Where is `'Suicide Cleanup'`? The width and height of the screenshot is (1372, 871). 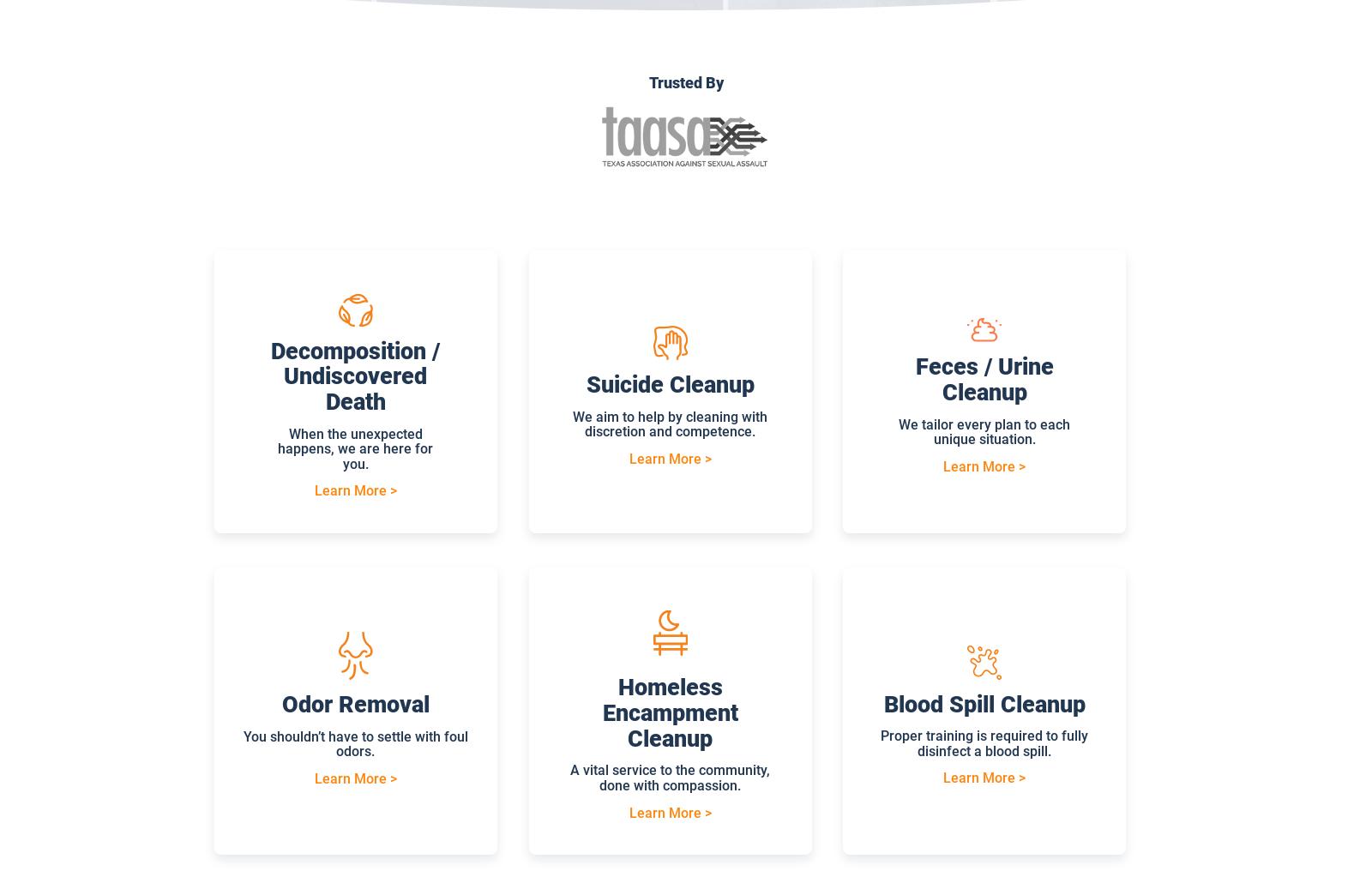 'Suicide Cleanup' is located at coordinates (586, 384).